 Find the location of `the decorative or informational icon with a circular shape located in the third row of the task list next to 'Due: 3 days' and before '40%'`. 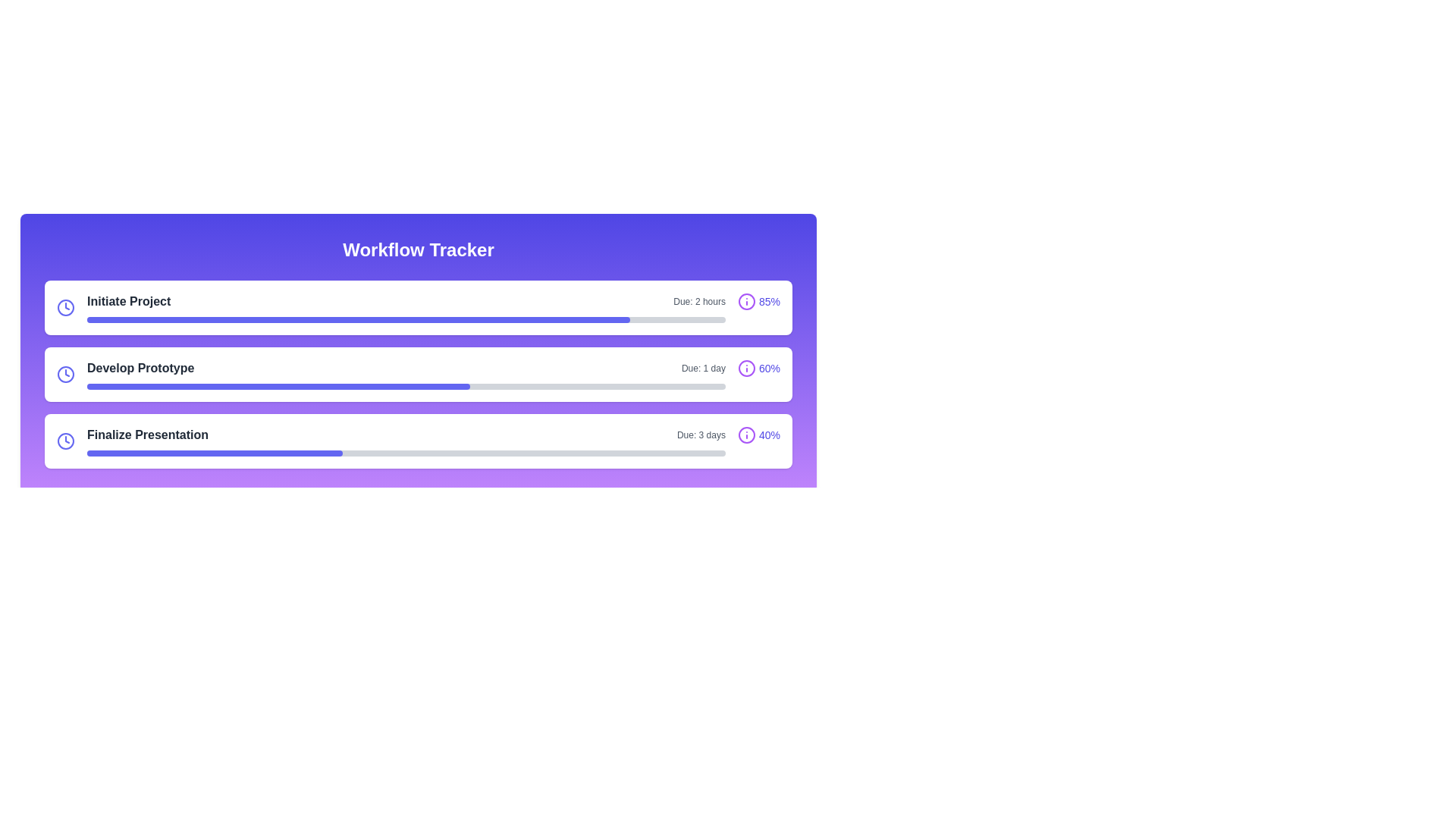

the decorative or informational icon with a circular shape located in the third row of the task list next to 'Due: 3 days' and before '40%' is located at coordinates (746, 435).